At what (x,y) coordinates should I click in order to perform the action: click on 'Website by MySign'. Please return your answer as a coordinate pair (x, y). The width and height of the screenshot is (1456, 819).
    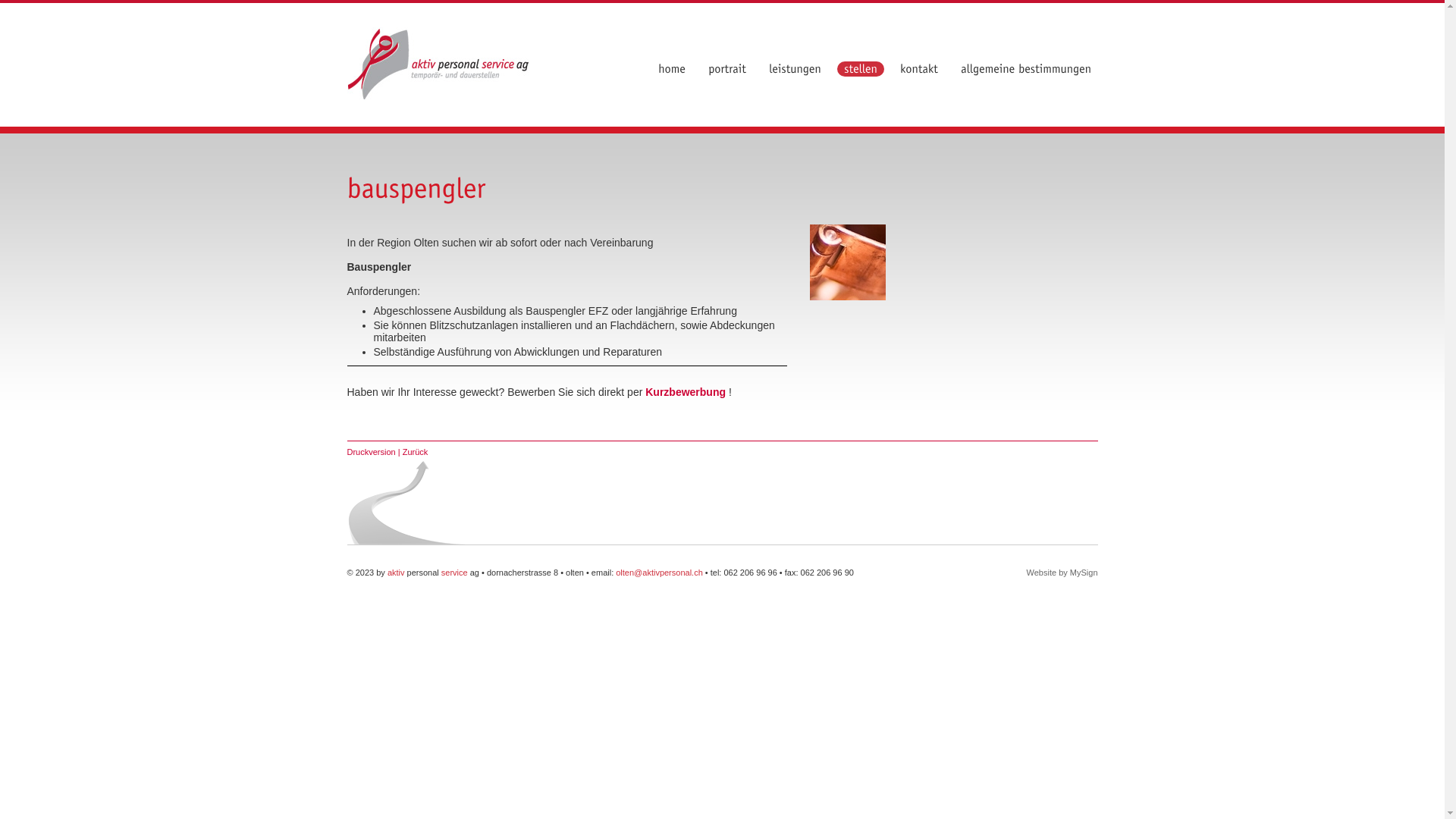
    Looking at the image, I should click on (1062, 573).